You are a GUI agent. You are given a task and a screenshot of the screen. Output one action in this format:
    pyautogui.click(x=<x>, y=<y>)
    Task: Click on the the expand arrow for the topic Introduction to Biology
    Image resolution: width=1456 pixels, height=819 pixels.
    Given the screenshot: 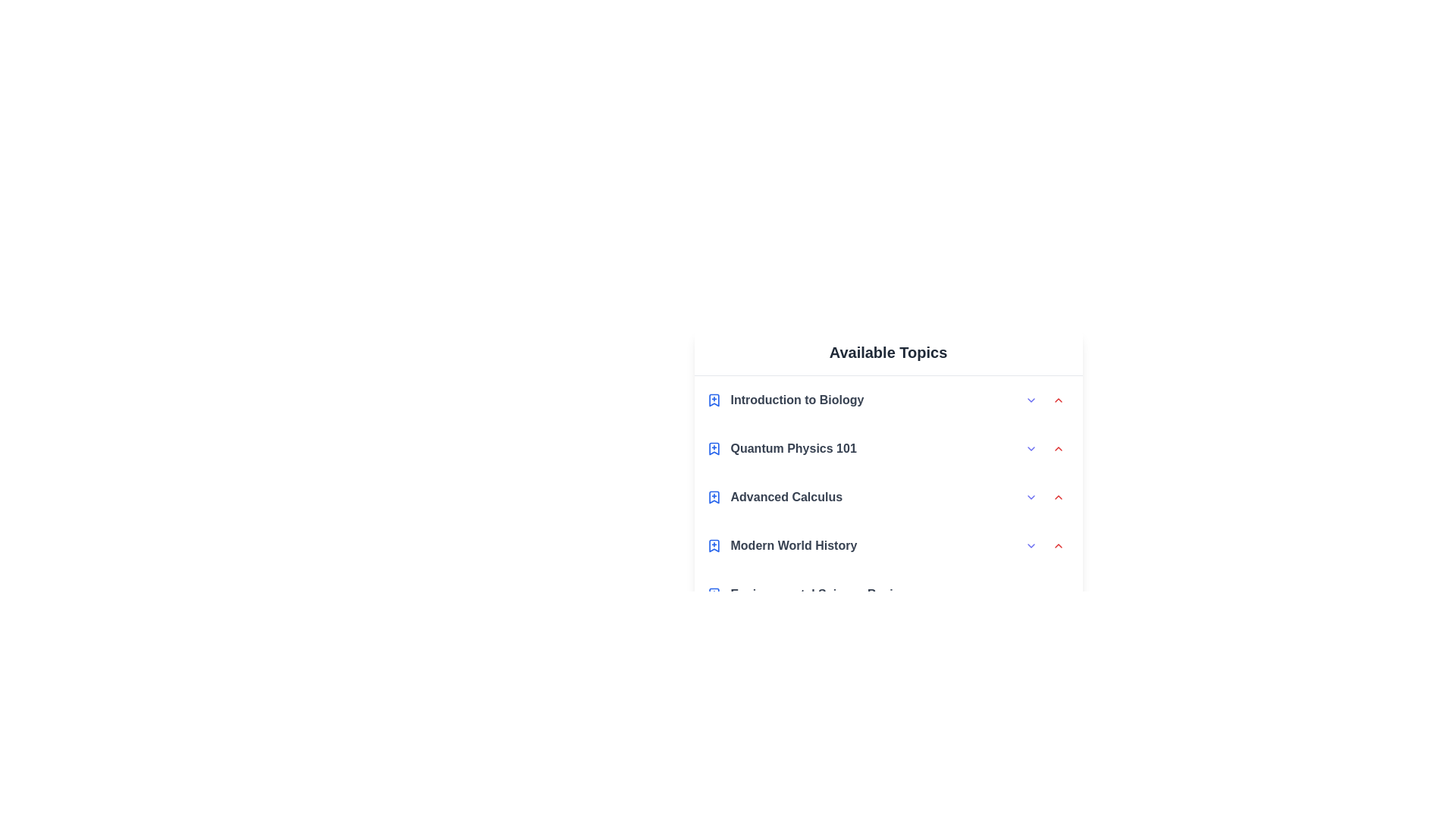 What is the action you would take?
    pyautogui.click(x=1031, y=400)
    